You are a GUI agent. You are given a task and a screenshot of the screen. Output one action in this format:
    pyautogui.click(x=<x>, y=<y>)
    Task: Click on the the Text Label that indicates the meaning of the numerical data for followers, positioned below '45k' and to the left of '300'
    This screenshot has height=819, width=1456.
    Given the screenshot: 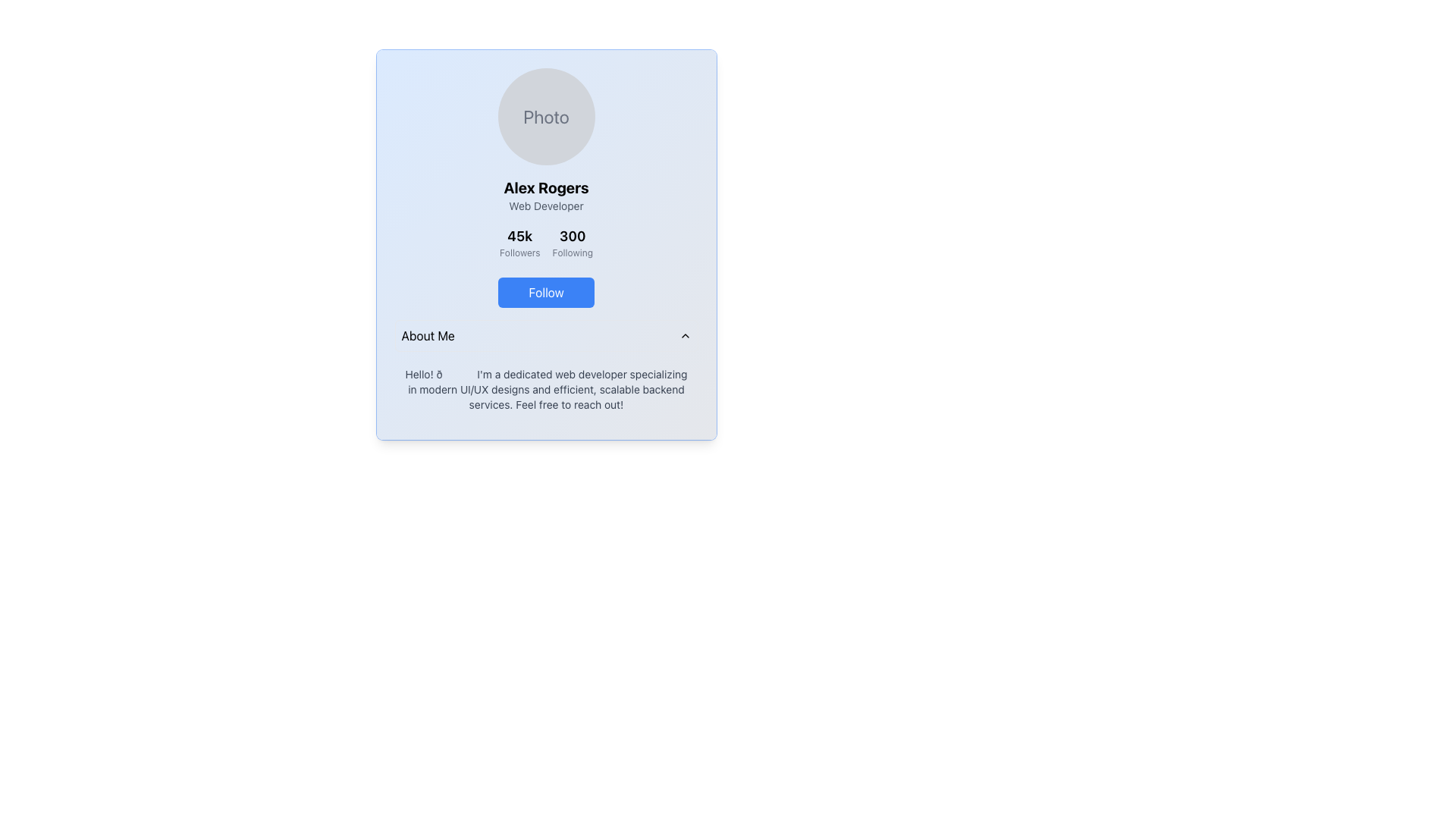 What is the action you would take?
    pyautogui.click(x=519, y=253)
    